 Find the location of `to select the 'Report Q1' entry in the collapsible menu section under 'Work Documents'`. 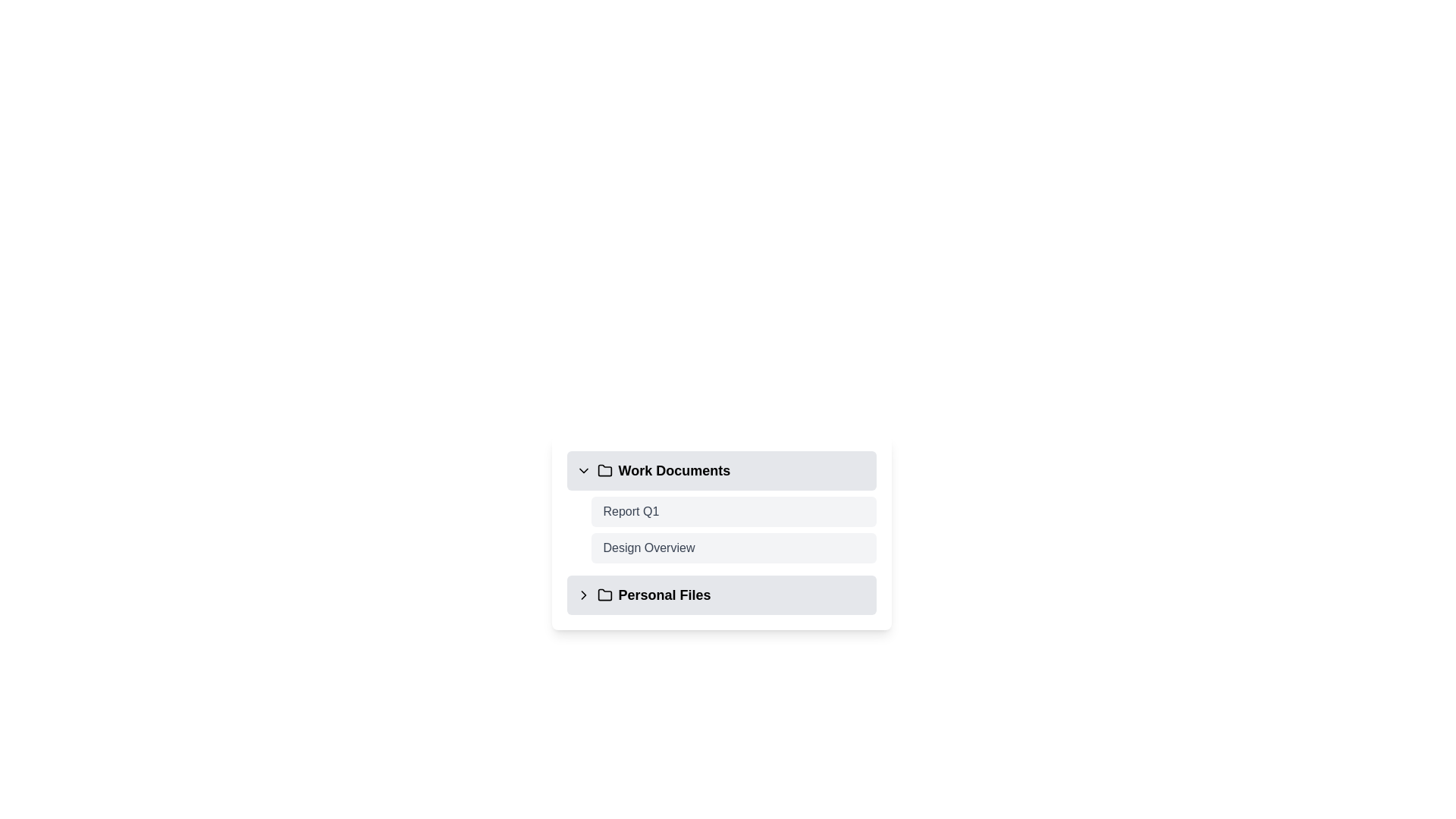

to select the 'Report Q1' entry in the collapsible menu section under 'Work Documents' is located at coordinates (720, 507).